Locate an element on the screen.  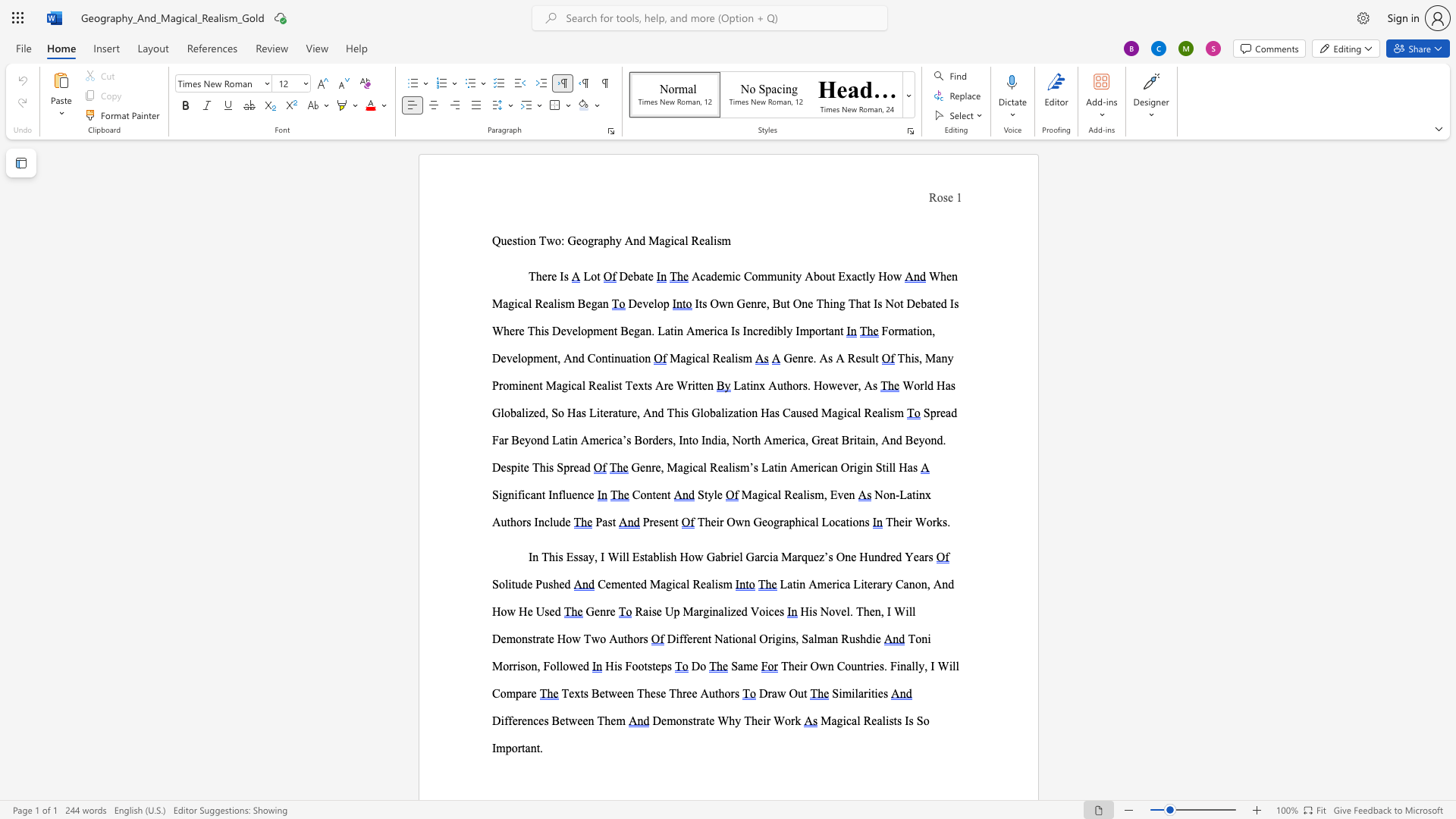
the 1th character "e" in the text is located at coordinates (504, 358).